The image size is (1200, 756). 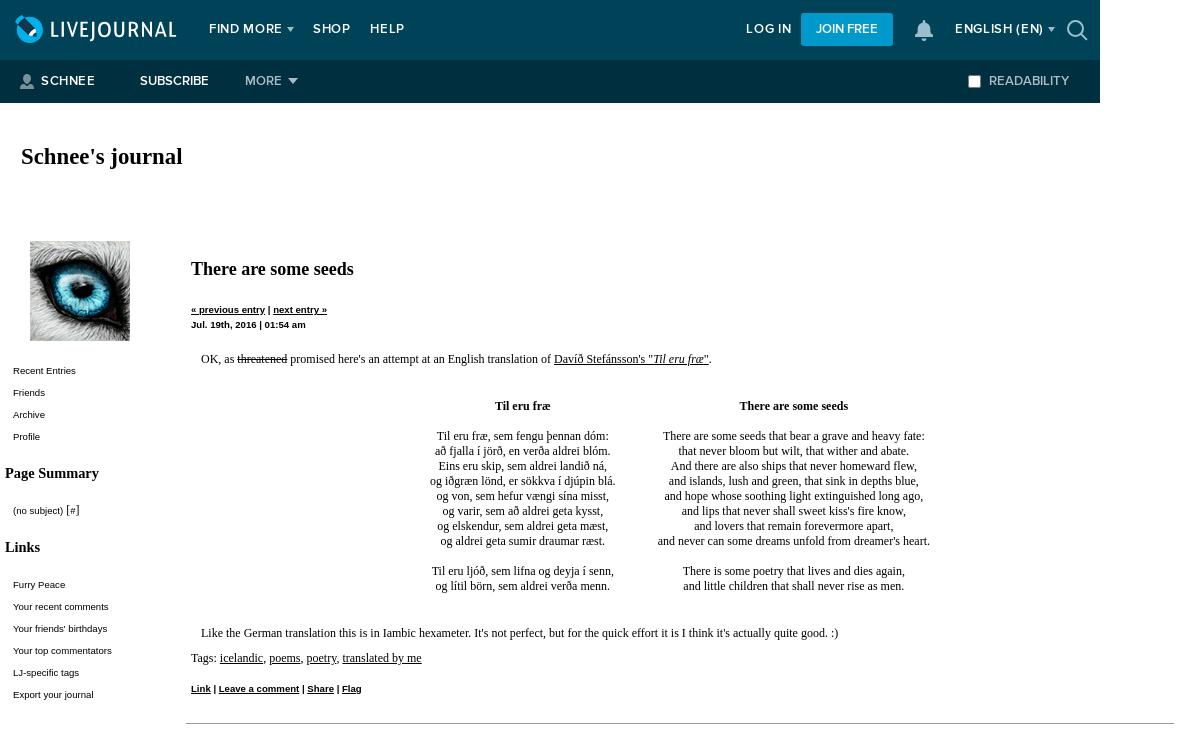 I want to click on 'Archive', so click(x=12, y=413).